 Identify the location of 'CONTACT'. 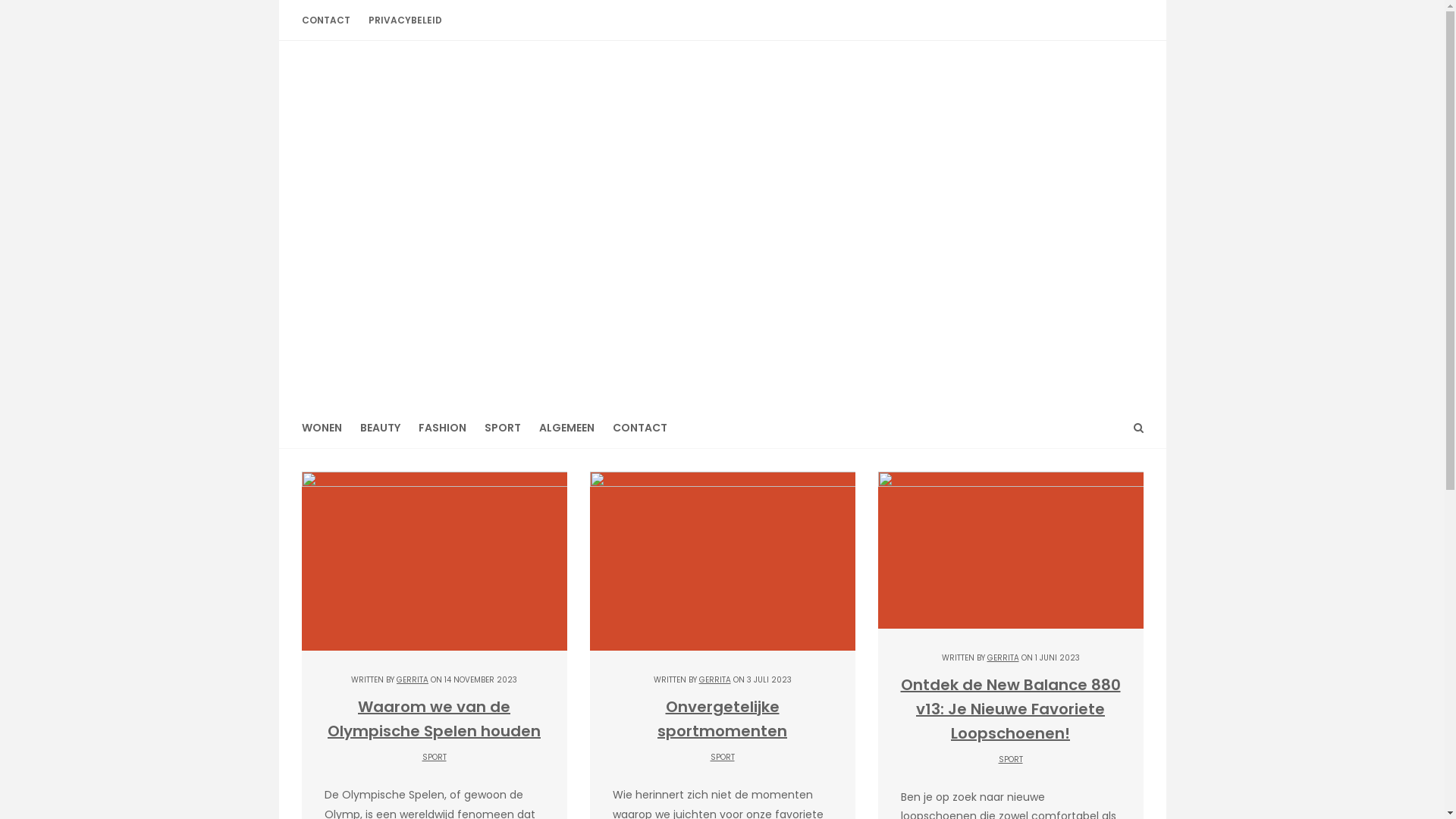
(330, 20).